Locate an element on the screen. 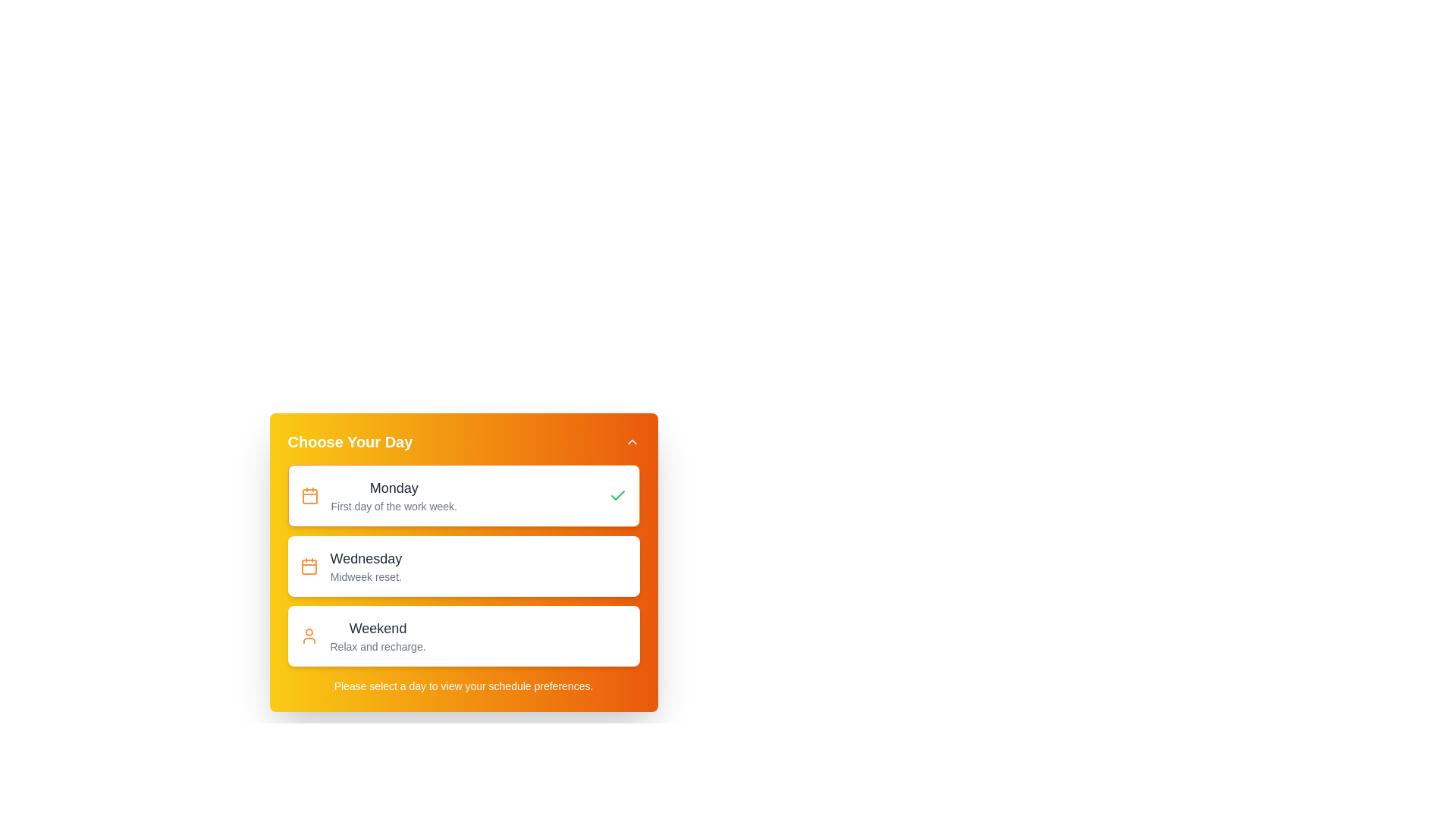 Image resolution: width=1456 pixels, height=819 pixels. the day Weekend from the list is located at coordinates (463, 636).